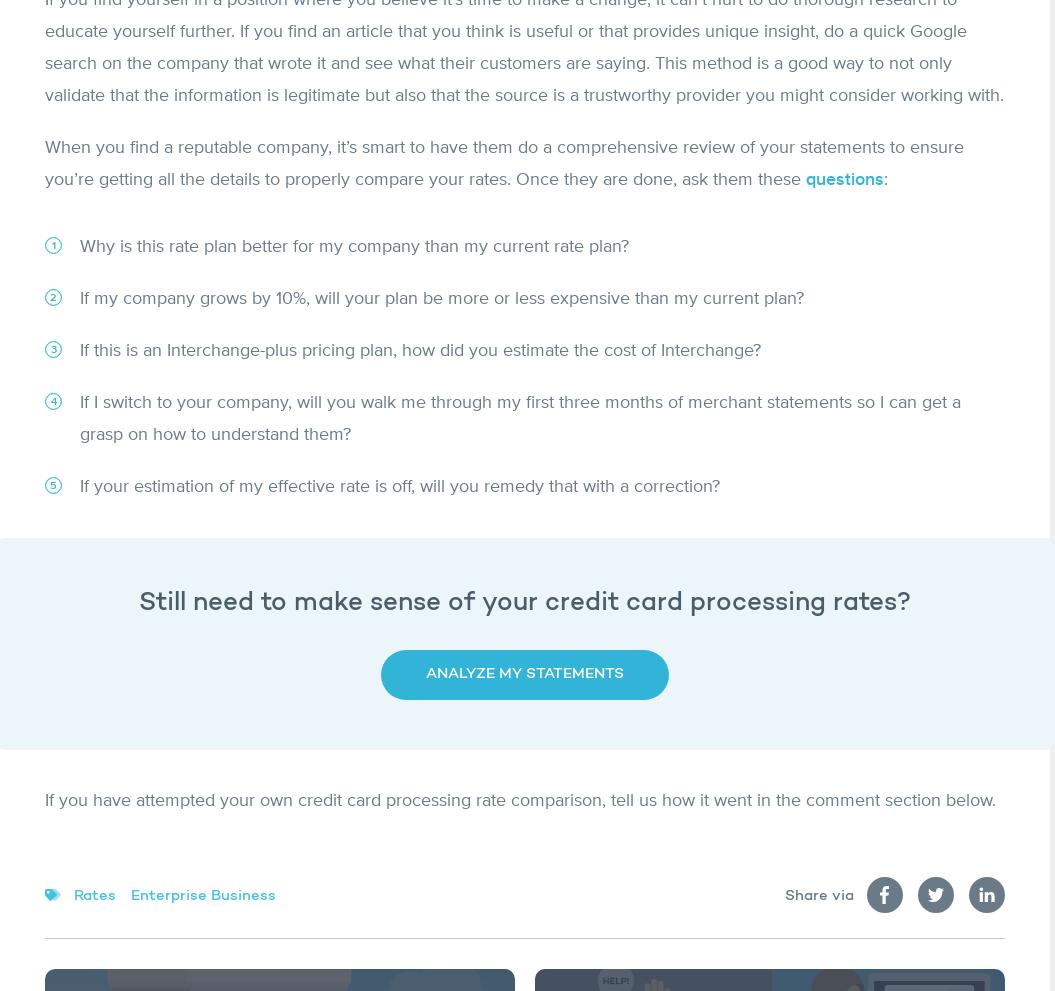 Image resolution: width=1055 pixels, height=991 pixels. What do you see at coordinates (884, 178) in the screenshot?
I see `':'` at bounding box center [884, 178].